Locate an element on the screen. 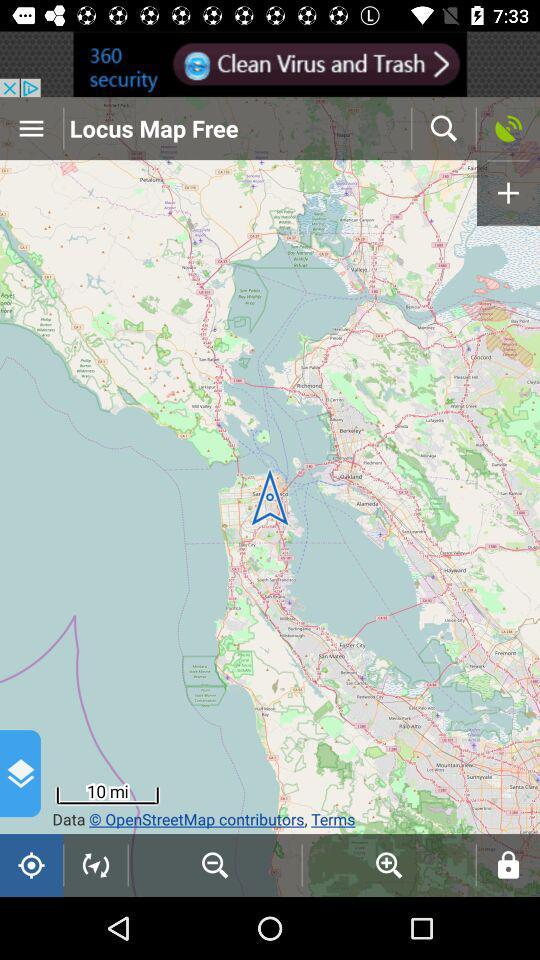 The image size is (540, 960). the lock icon is located at coordinates (508, 864).